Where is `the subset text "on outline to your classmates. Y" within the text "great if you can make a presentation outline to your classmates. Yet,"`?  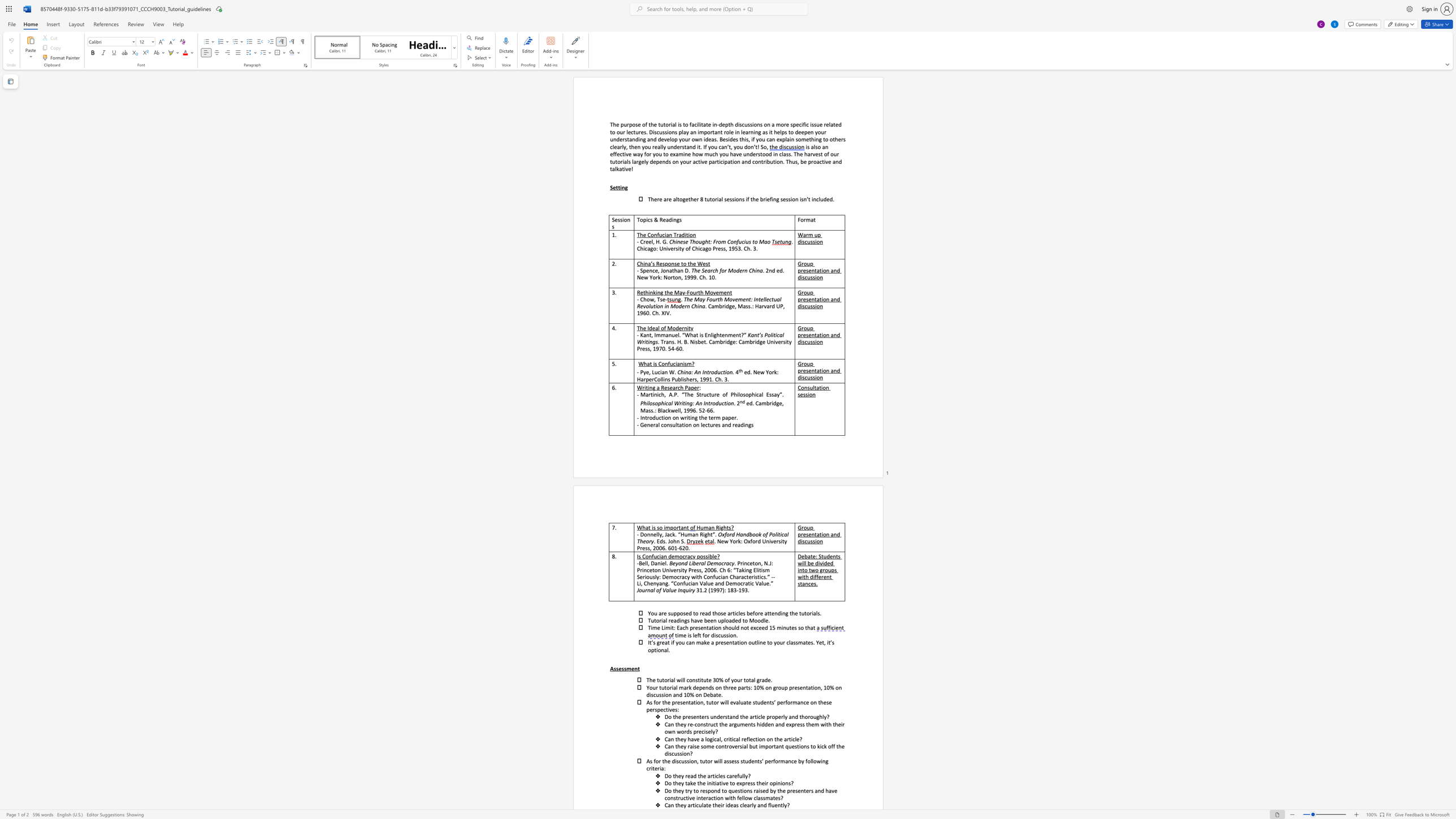 the subset text "on outline to your classmates. Y" within the text "great if you can make a presentation outline to your classmates. Yet," is located at coordinates (740, 642).